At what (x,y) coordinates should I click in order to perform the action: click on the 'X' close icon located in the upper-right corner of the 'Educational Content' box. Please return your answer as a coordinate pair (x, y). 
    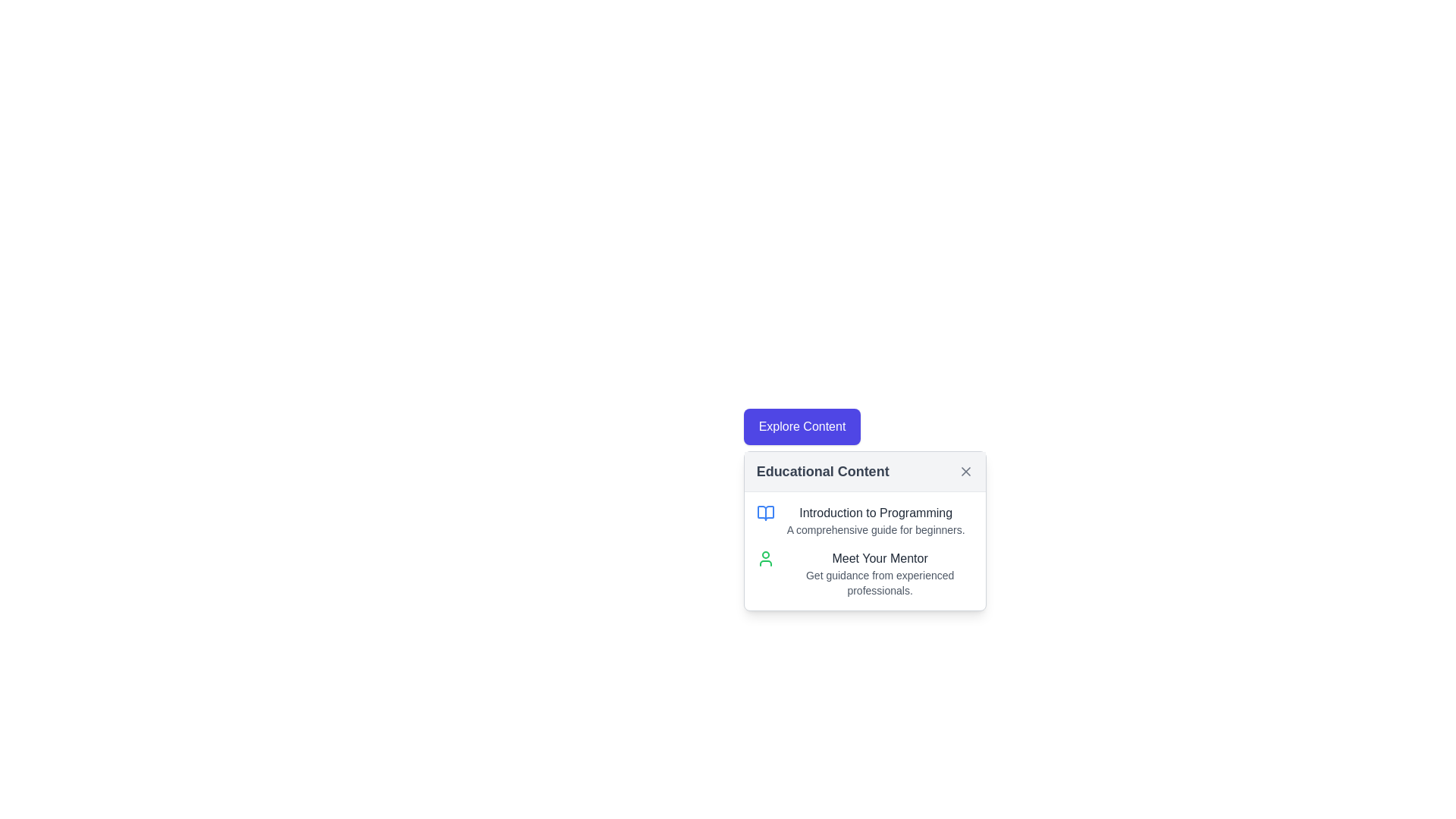
    Looking at the image, I should click on (965, 470).